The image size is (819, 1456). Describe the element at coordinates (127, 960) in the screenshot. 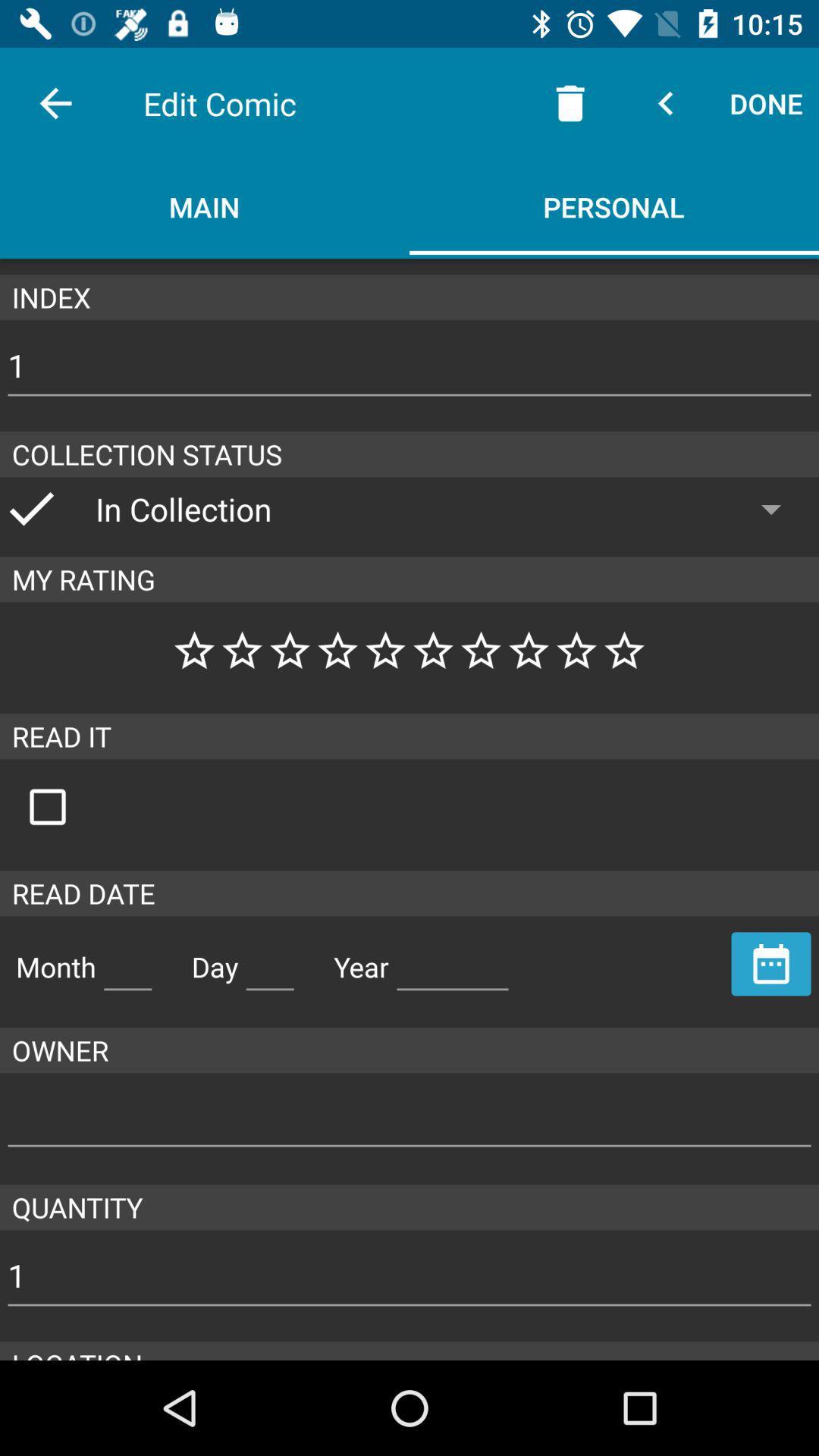

I see `month` at that location.